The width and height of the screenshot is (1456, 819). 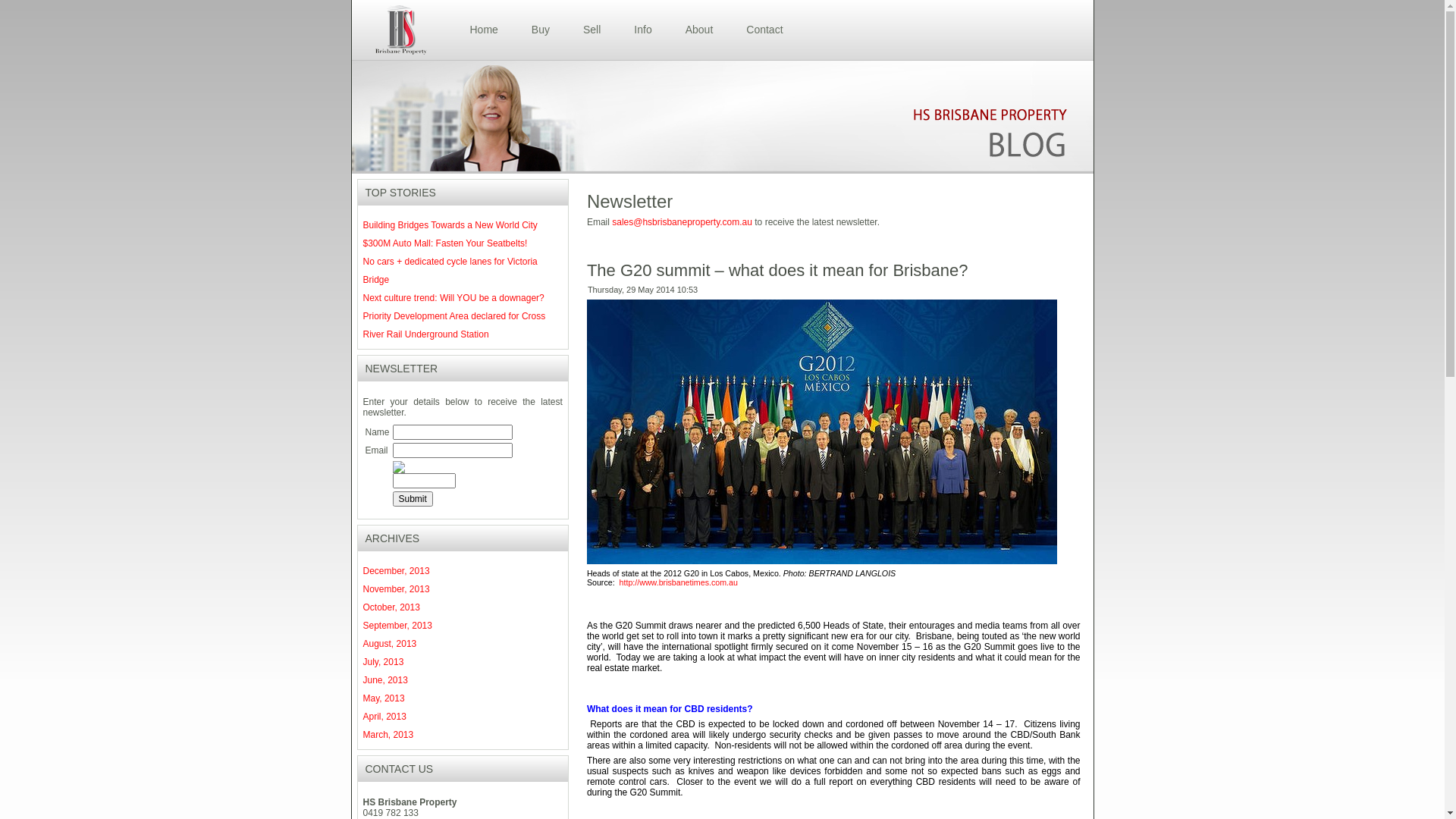 What do you see at coordinates (677, 581) in the screenshot?
I see `'http://www.brisbanetimes.com.au'` at bounding box center [677, 581].